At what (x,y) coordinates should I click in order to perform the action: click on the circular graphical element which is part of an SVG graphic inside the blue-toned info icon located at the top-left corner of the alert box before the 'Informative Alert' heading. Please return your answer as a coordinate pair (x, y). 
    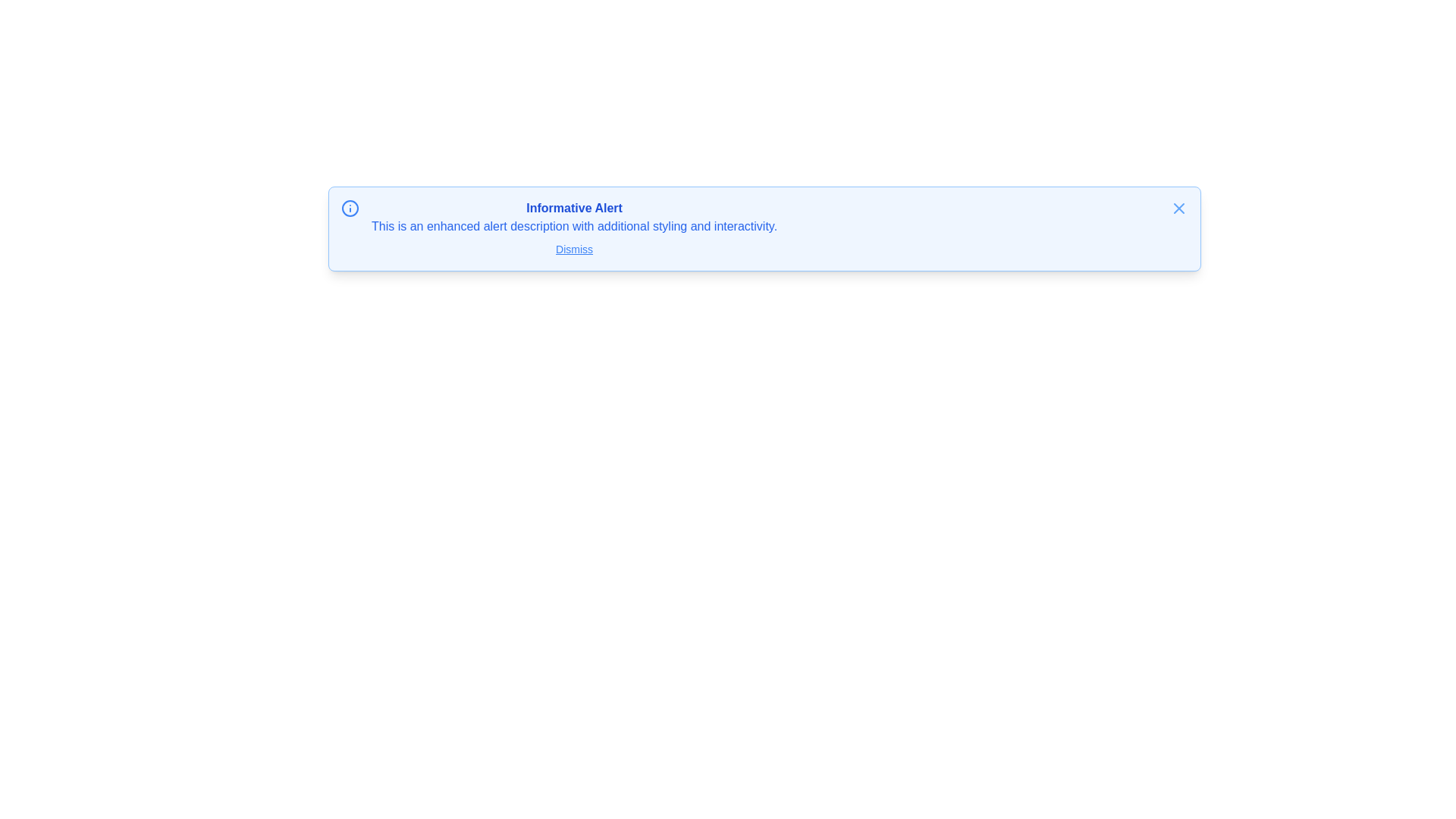
    Looking at the image, I should click on (349, 208).